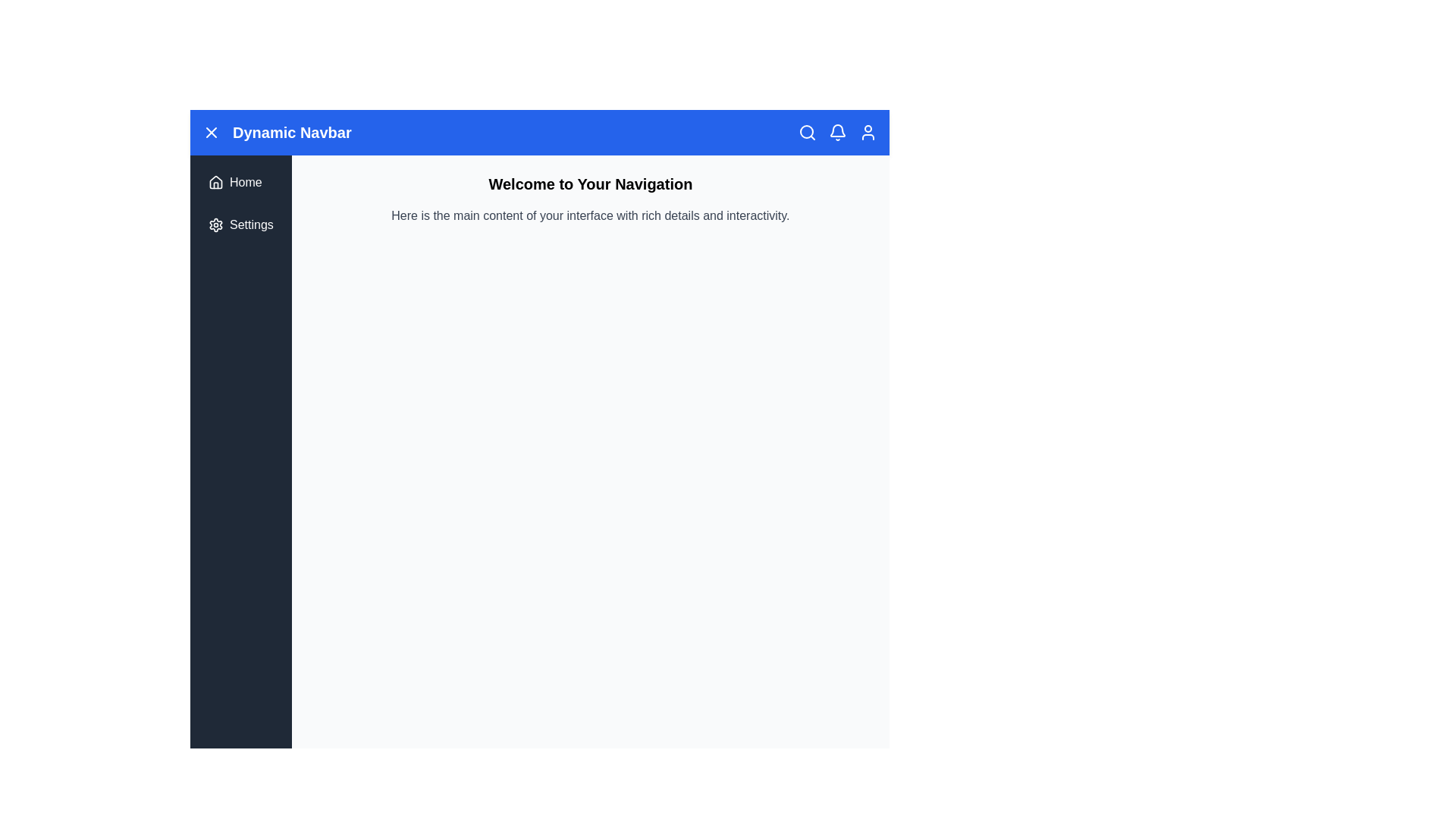 This screenshot has width=1456, height=819. What do you see at coordinates (210, 131) in the screenshot?
I see `the square-shaped 'X' icon button located in the top-left of the blue navbar` at bounding box center [210, 131].